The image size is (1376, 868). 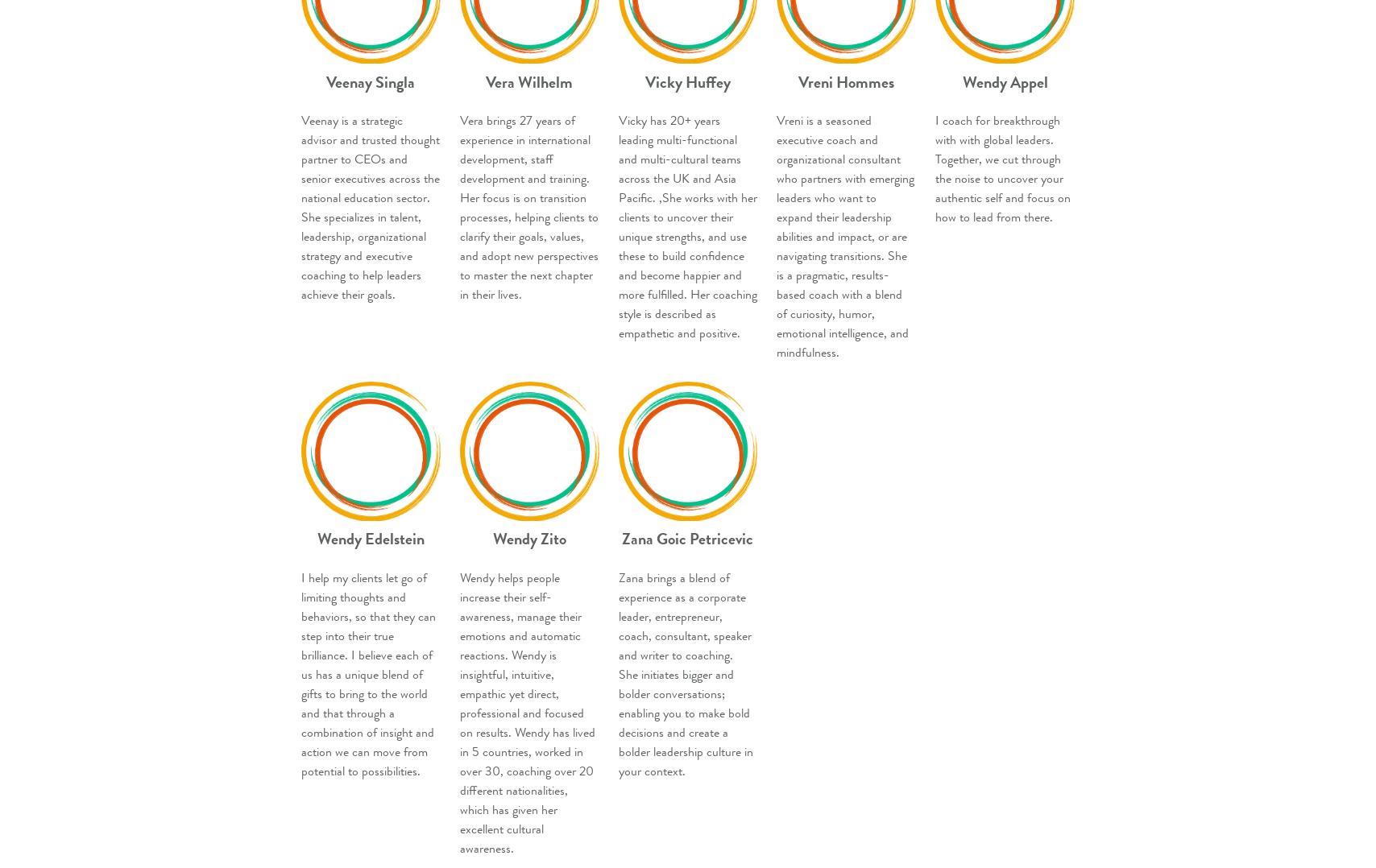 I want to click on 'Veenay is a strategic advisor and trusted thought partner to CEOs and senior executives across the national education sector. She specializes in talent, leadership, organizational strategy and executive coaching to help leaders achieve their goals.', so click(x=370, y=206).